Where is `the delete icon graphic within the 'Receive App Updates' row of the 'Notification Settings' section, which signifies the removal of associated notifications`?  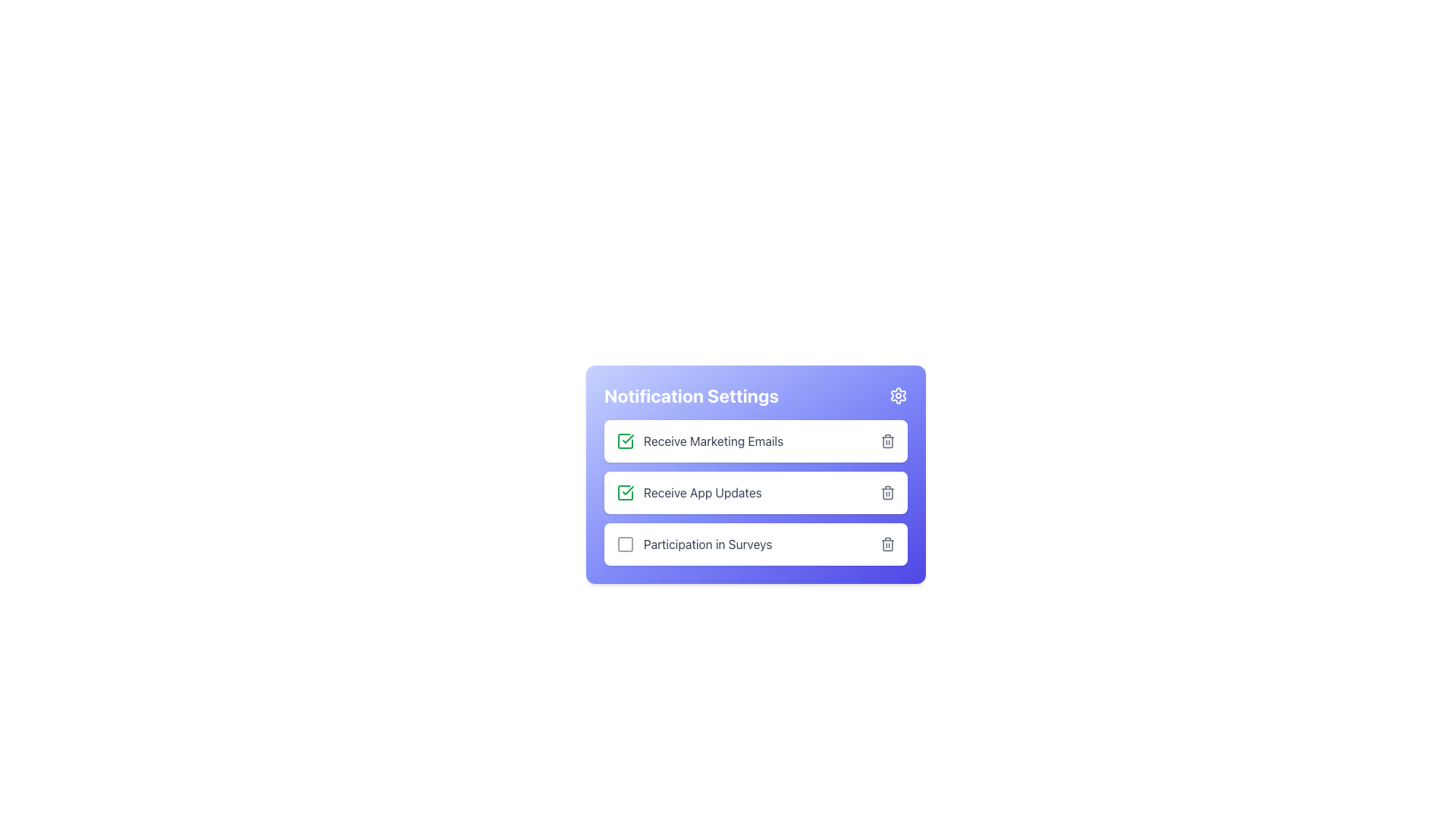 the delete icon graphic within the 'Receive App Updates' row of the 'Notification Settings' section, which signifies the removal of associated notifications is located at coordinates (888, 494).